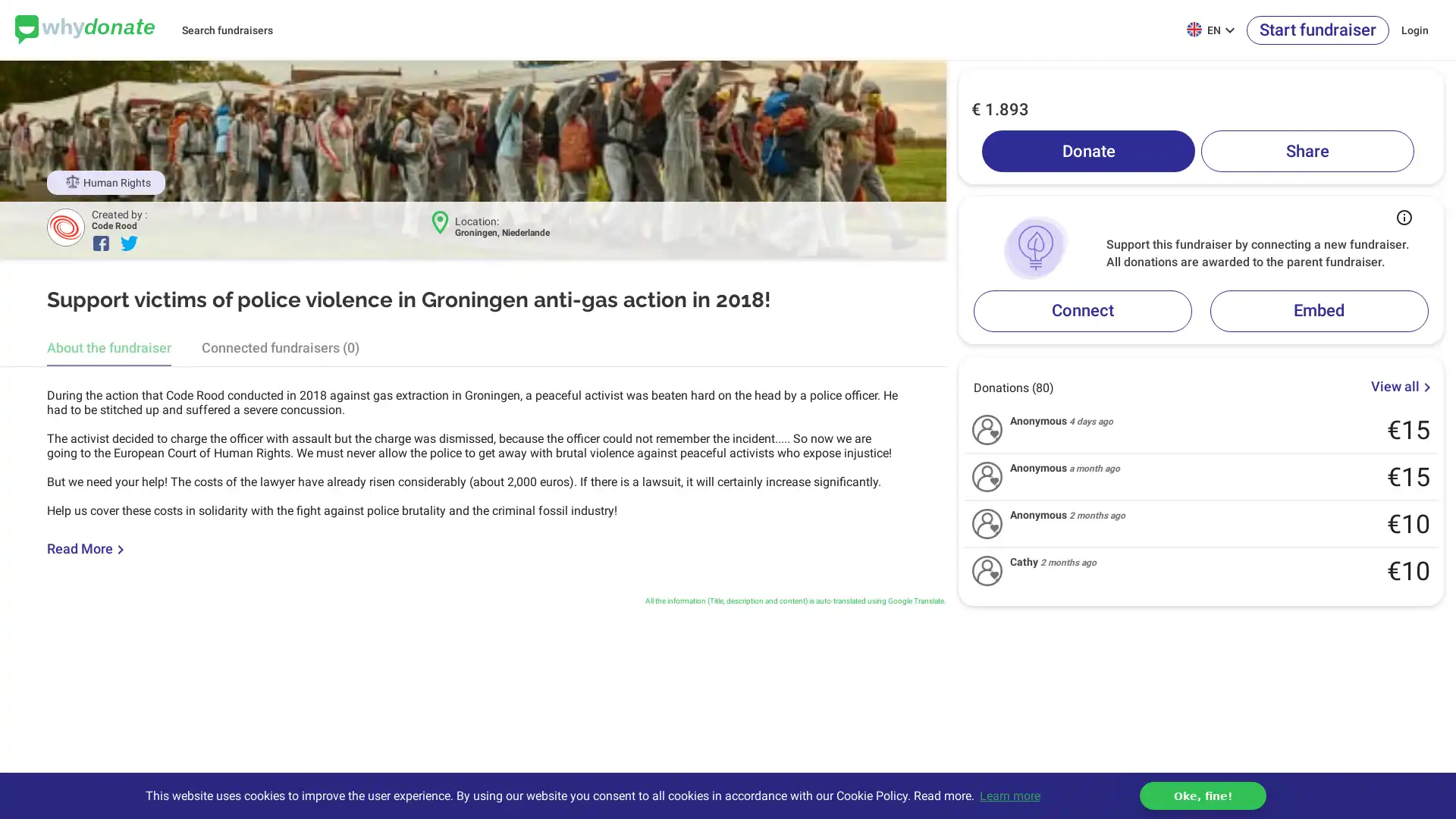 This screenshot has width=1456, height=819. I want to click on dismiss cookie message, so click(1202, 795).